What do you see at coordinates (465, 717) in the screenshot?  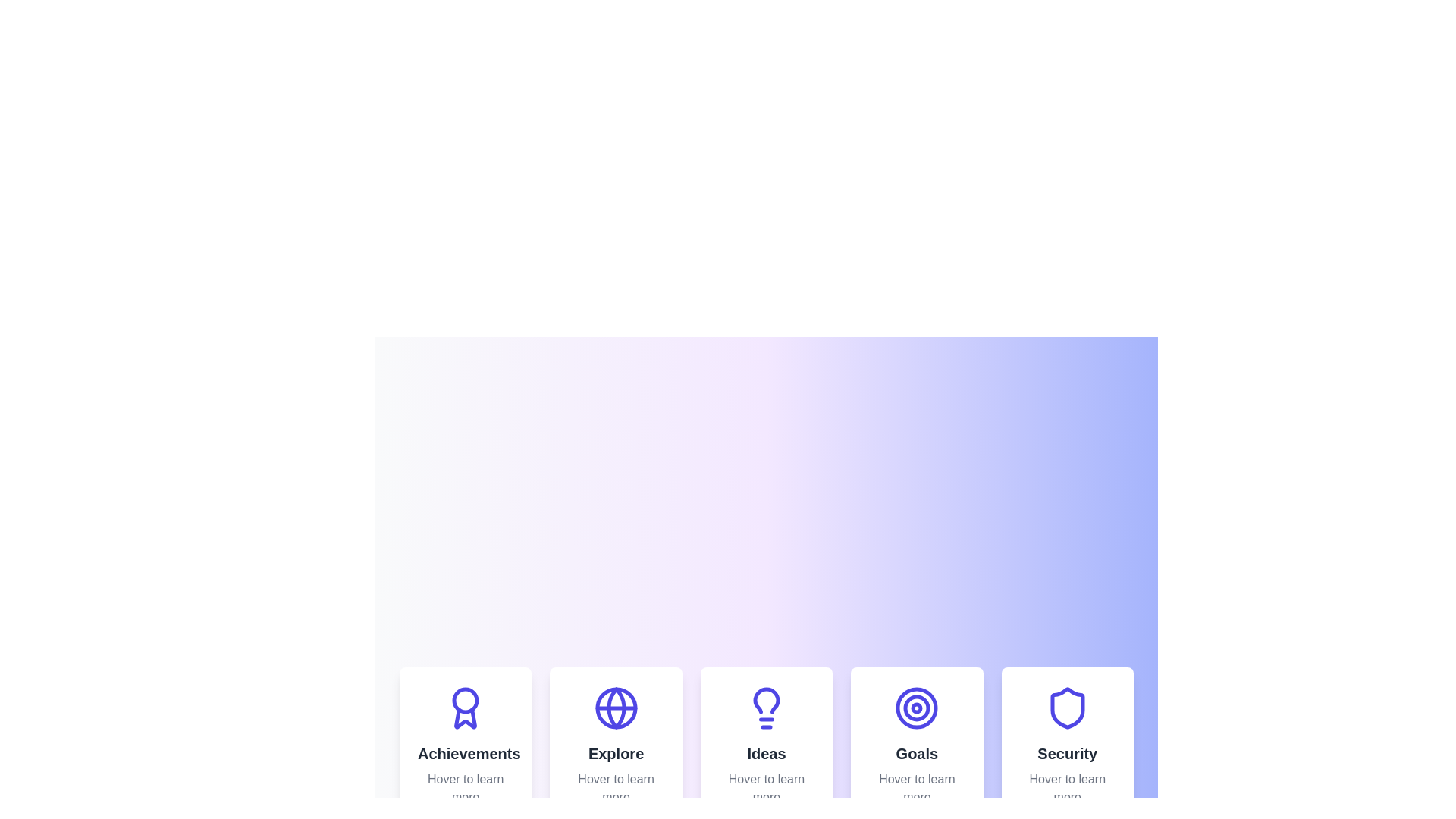 I see `the decorative SVG graphical component located at the bottom of the circular icon within the 'Achievements' card, which is the first card from the left in the bottom-most row` at bounding box center [465, 717].